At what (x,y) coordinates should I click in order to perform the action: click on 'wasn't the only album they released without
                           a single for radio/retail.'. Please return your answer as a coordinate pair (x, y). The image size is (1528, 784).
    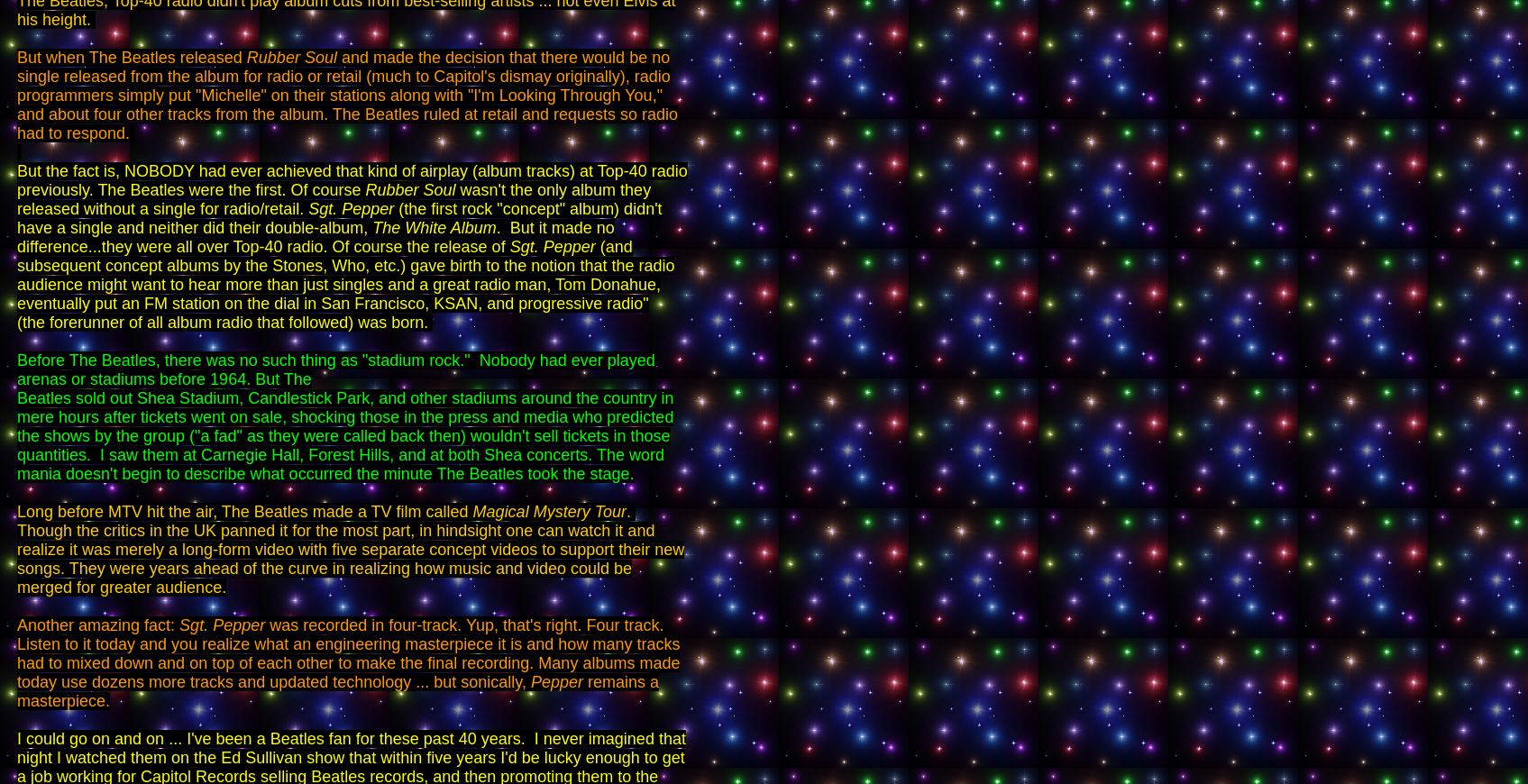
    Looking at the image, I should click on (16, 199).